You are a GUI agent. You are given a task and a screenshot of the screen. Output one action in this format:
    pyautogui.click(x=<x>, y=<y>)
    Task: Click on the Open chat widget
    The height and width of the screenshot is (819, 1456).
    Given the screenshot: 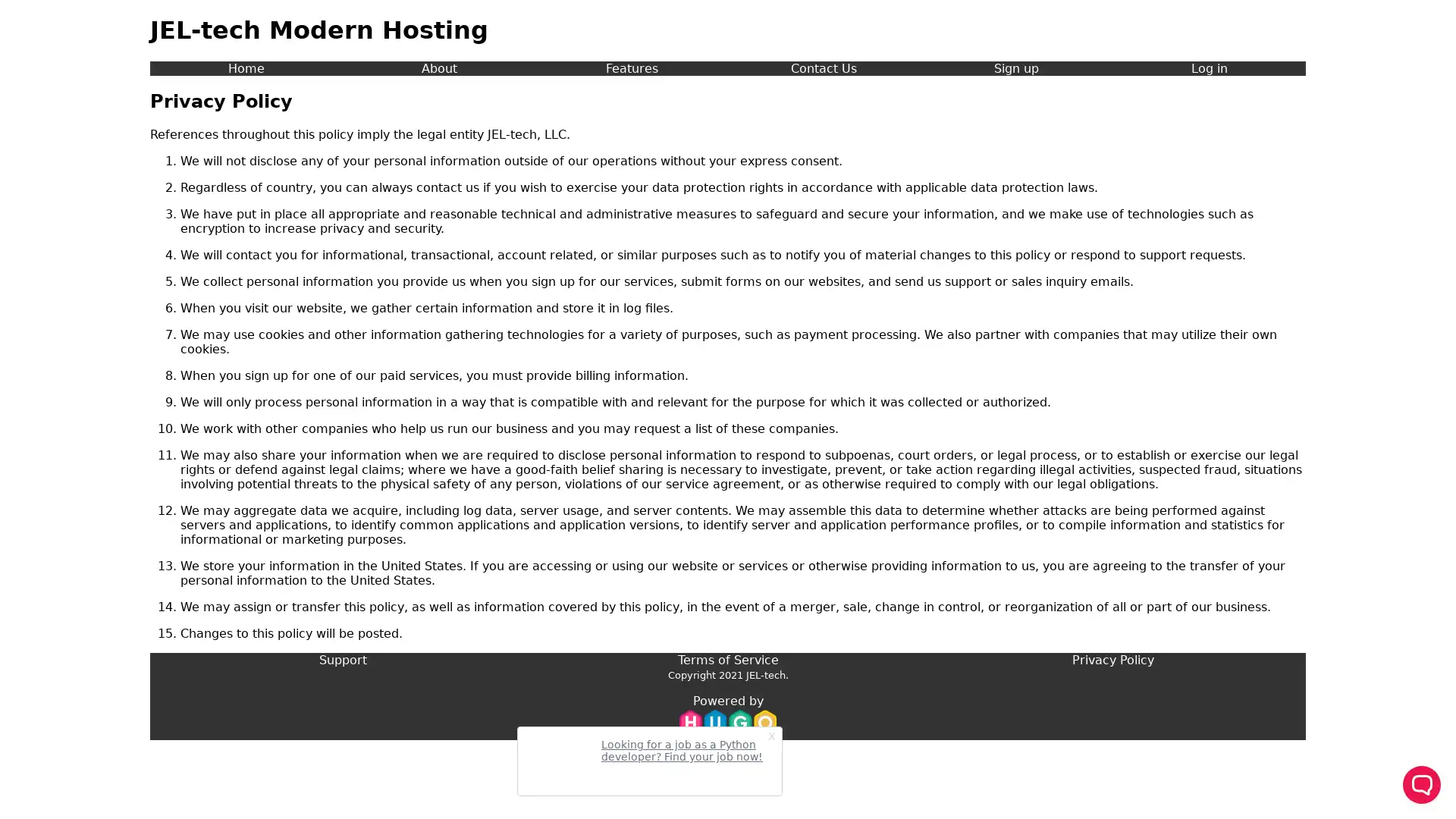 What is the action you would take?
    pyautogui.click(x=1421, y=784)
    